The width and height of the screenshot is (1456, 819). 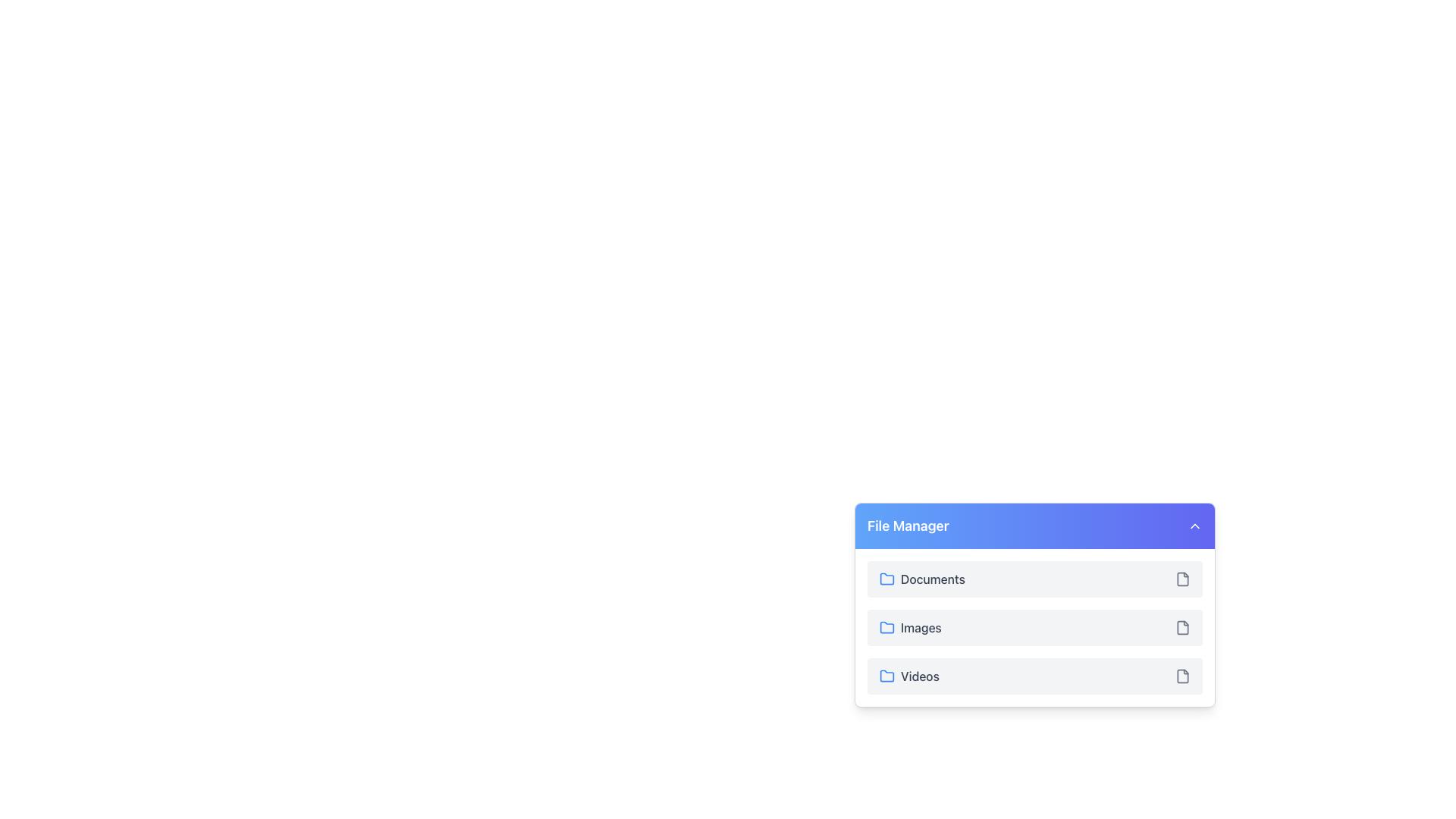 I want to click on the second row in the file manager interface labeled 'Images', so click(x=1034, y=628).